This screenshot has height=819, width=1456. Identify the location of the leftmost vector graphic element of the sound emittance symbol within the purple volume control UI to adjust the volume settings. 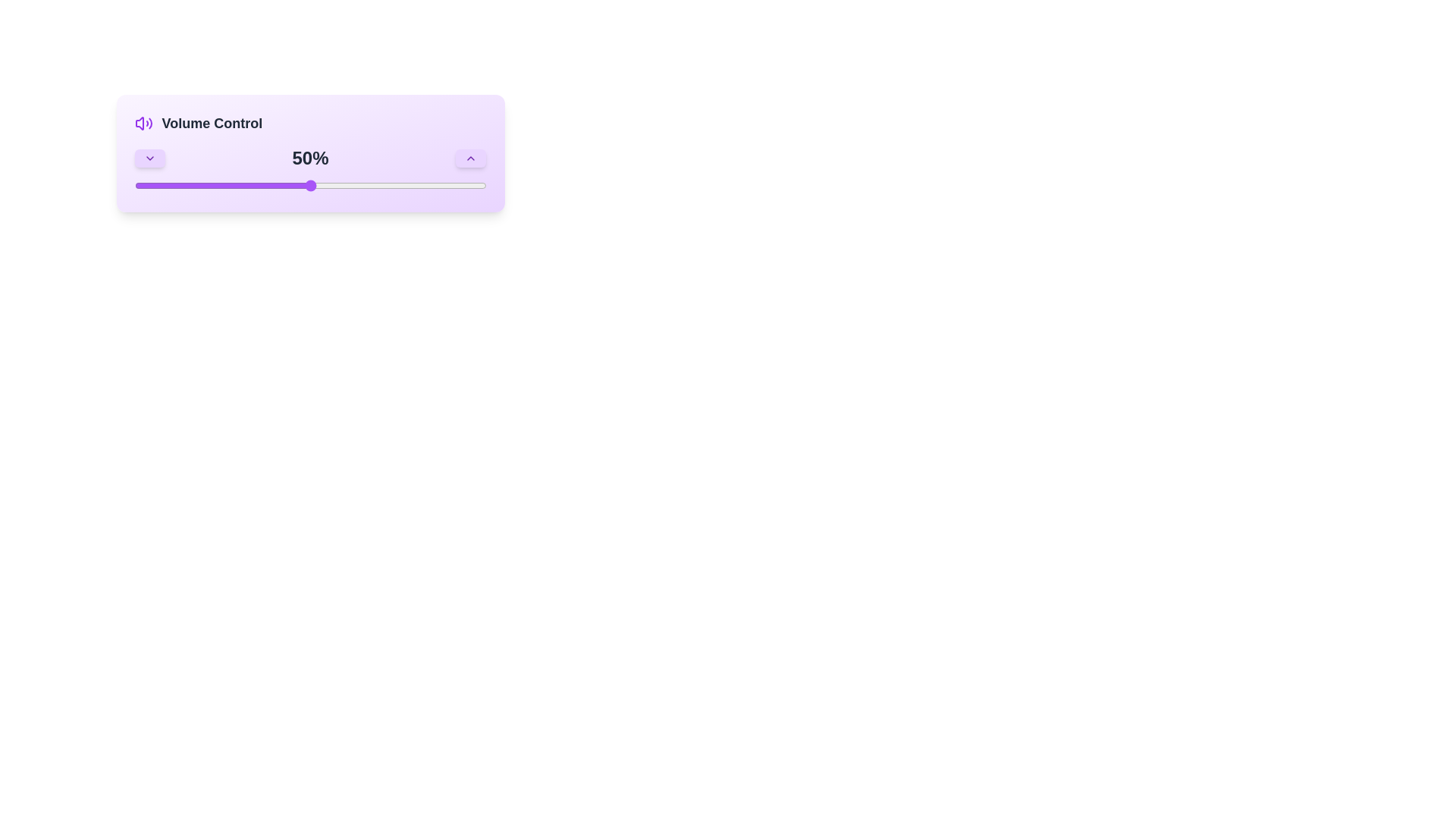
(139, 122).